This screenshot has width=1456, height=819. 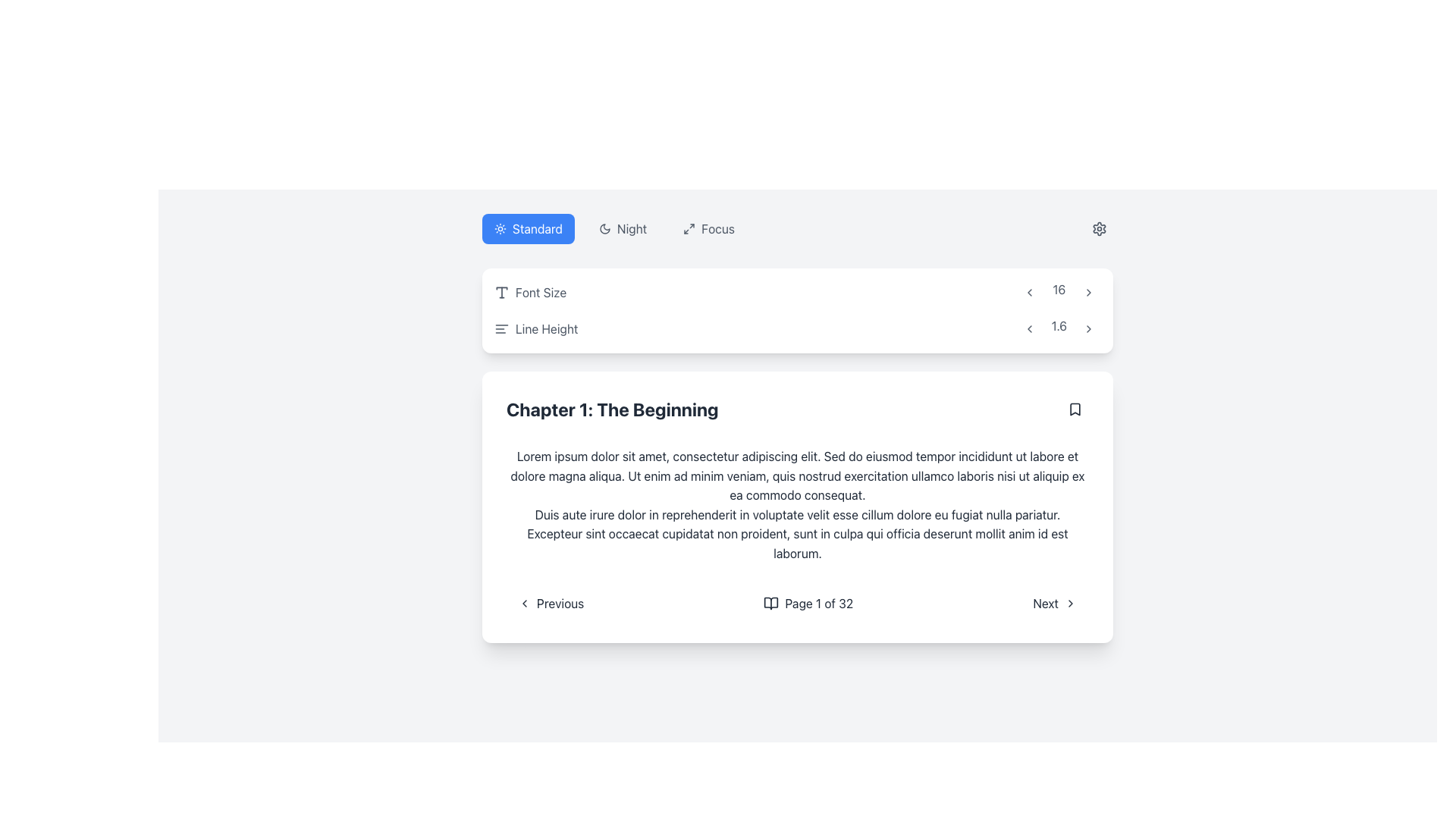 I want to click on the bookmark button located in the upper-right corner of the text box containing the chapter title 'Chapter 1: The Beginning', so click(x=1074, y=409).